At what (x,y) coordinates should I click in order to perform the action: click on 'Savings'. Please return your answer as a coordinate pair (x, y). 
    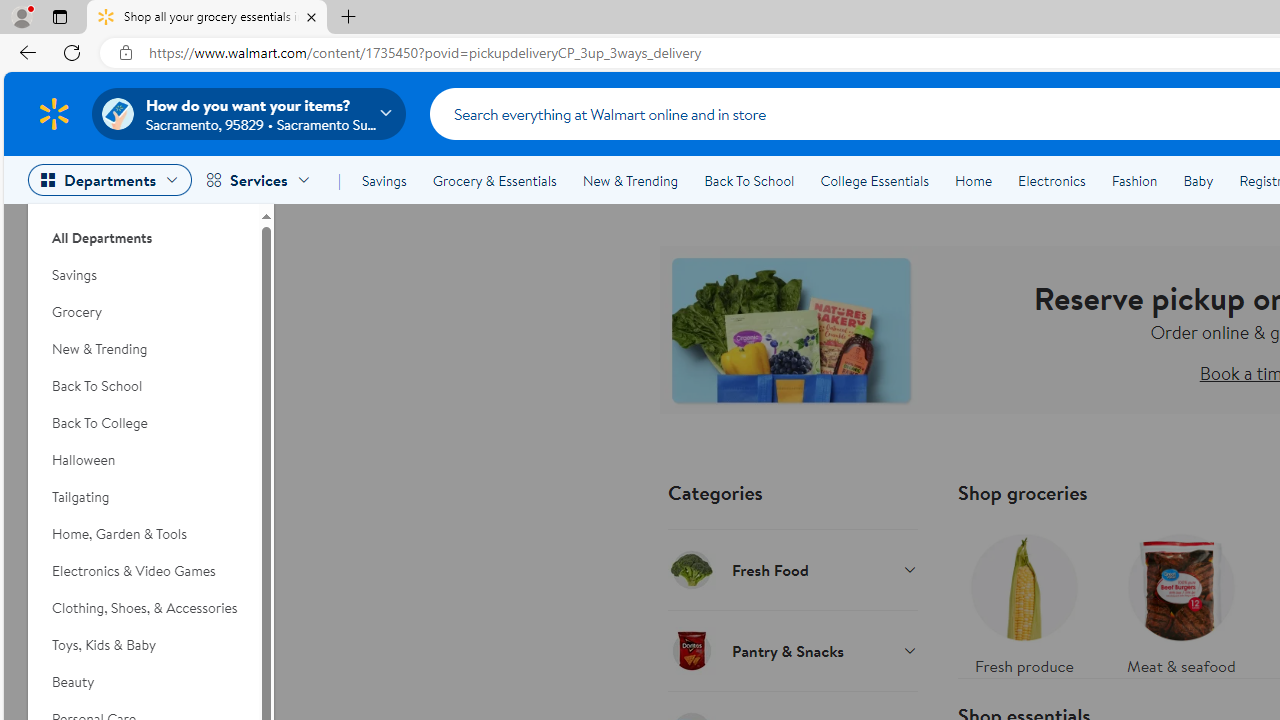
    Looking at the image, I should click on (142, 275).